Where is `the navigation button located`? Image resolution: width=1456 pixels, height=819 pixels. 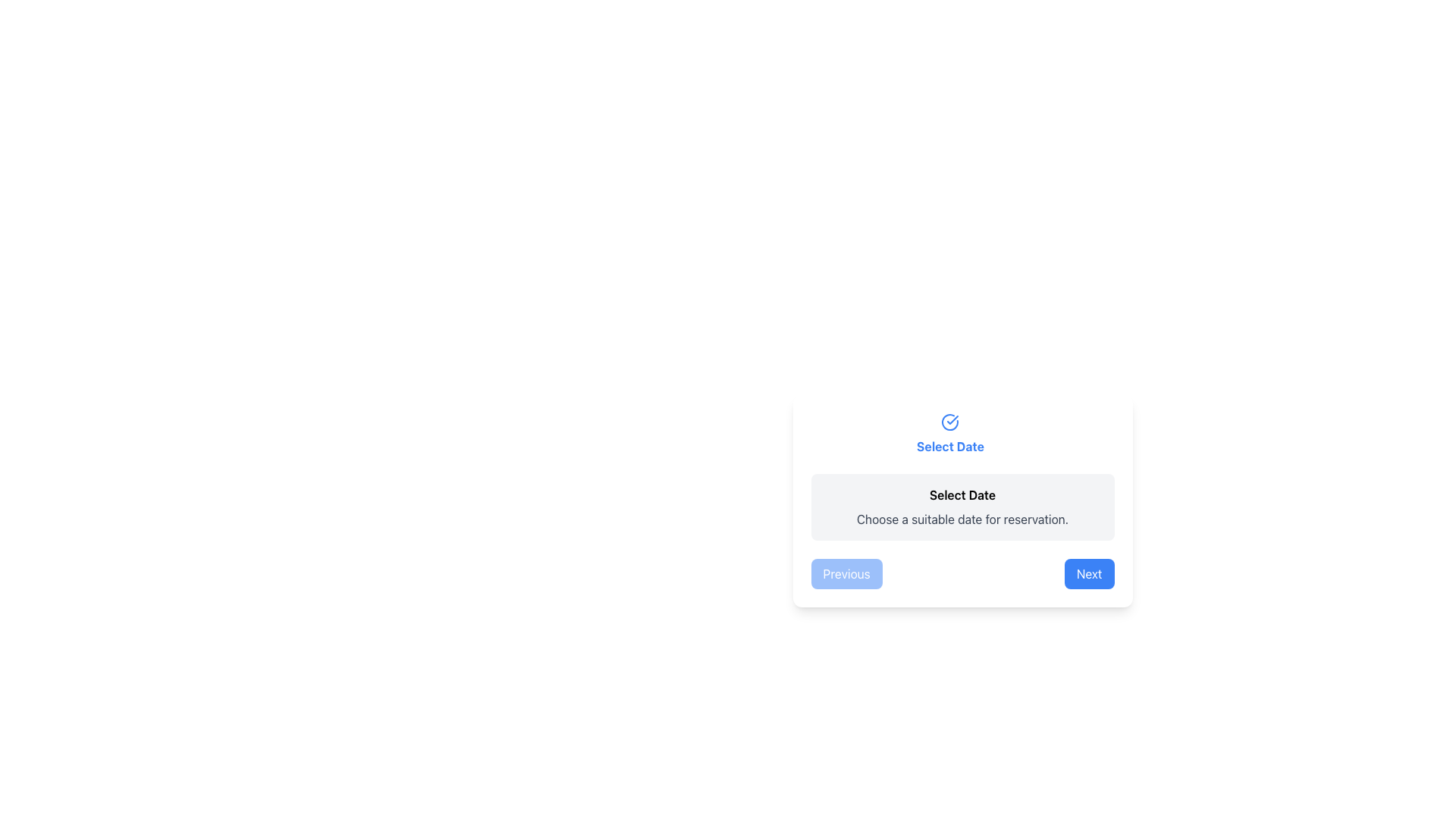
the navigation button located is located at coordinates (1087, 573).